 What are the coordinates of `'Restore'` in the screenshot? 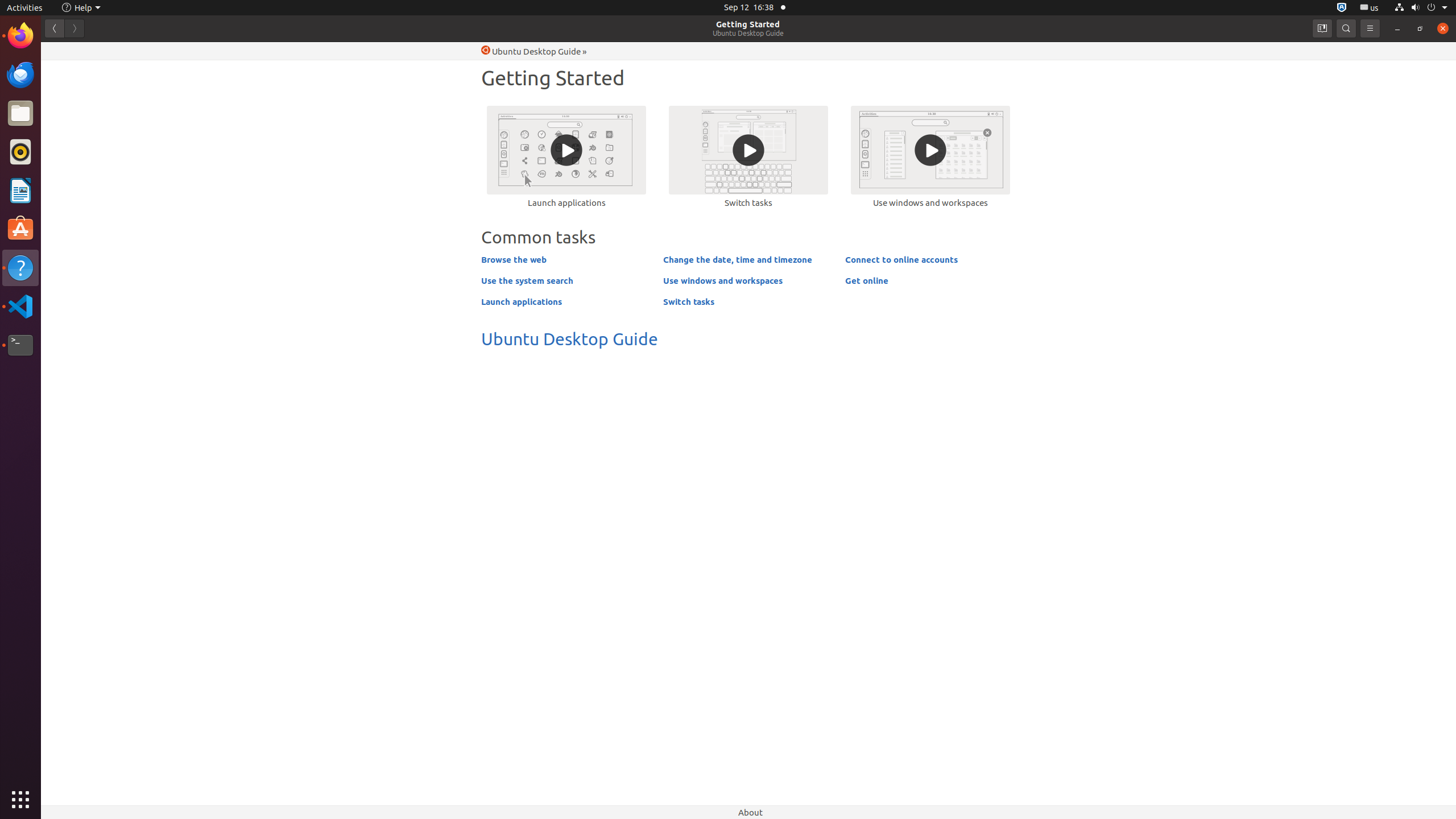 It's located at (1420, 28).